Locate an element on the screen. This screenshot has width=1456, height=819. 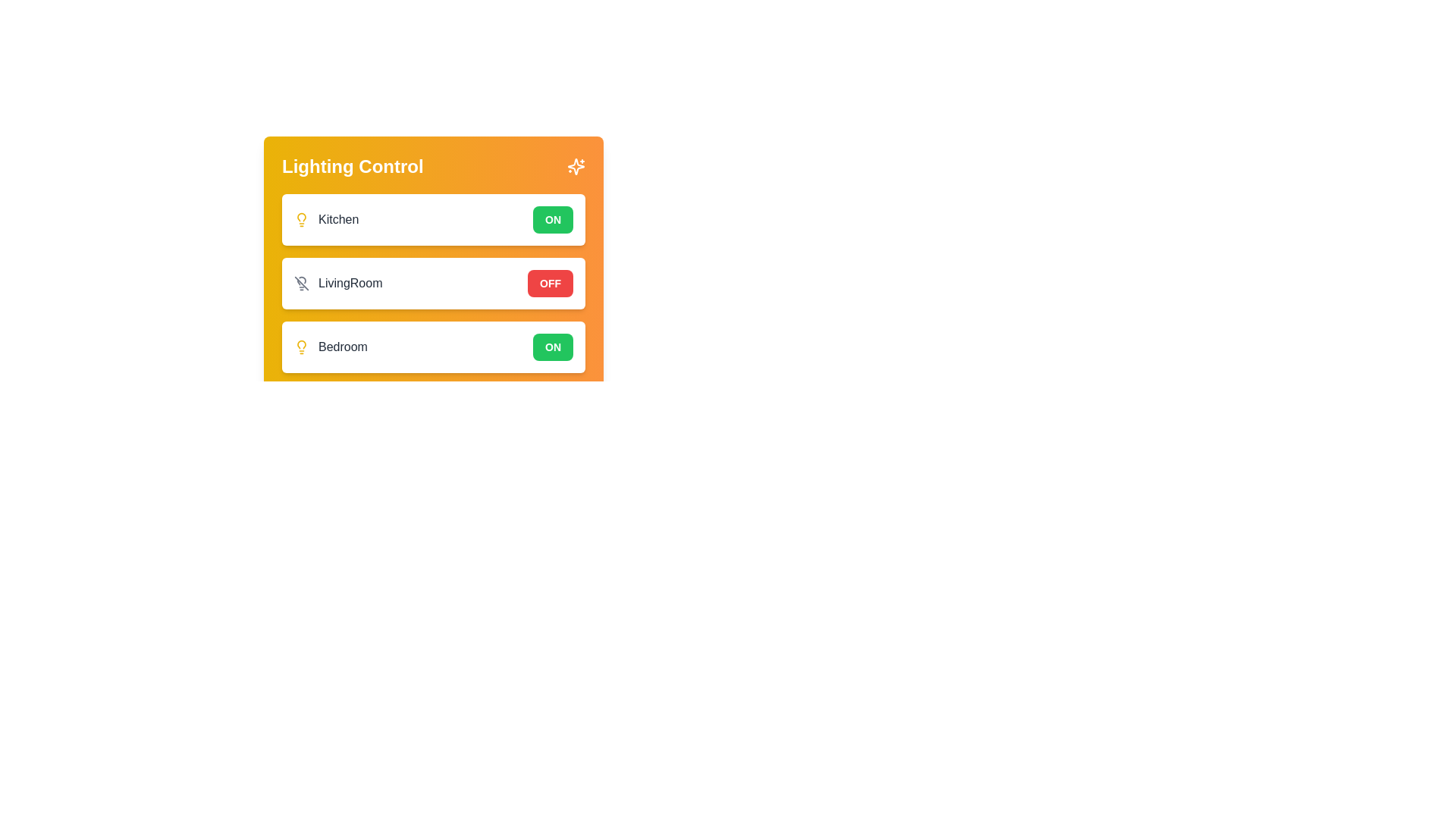
the sparkle icon in the header of the LightingControlPanel component is located at coordinates (575, 166).